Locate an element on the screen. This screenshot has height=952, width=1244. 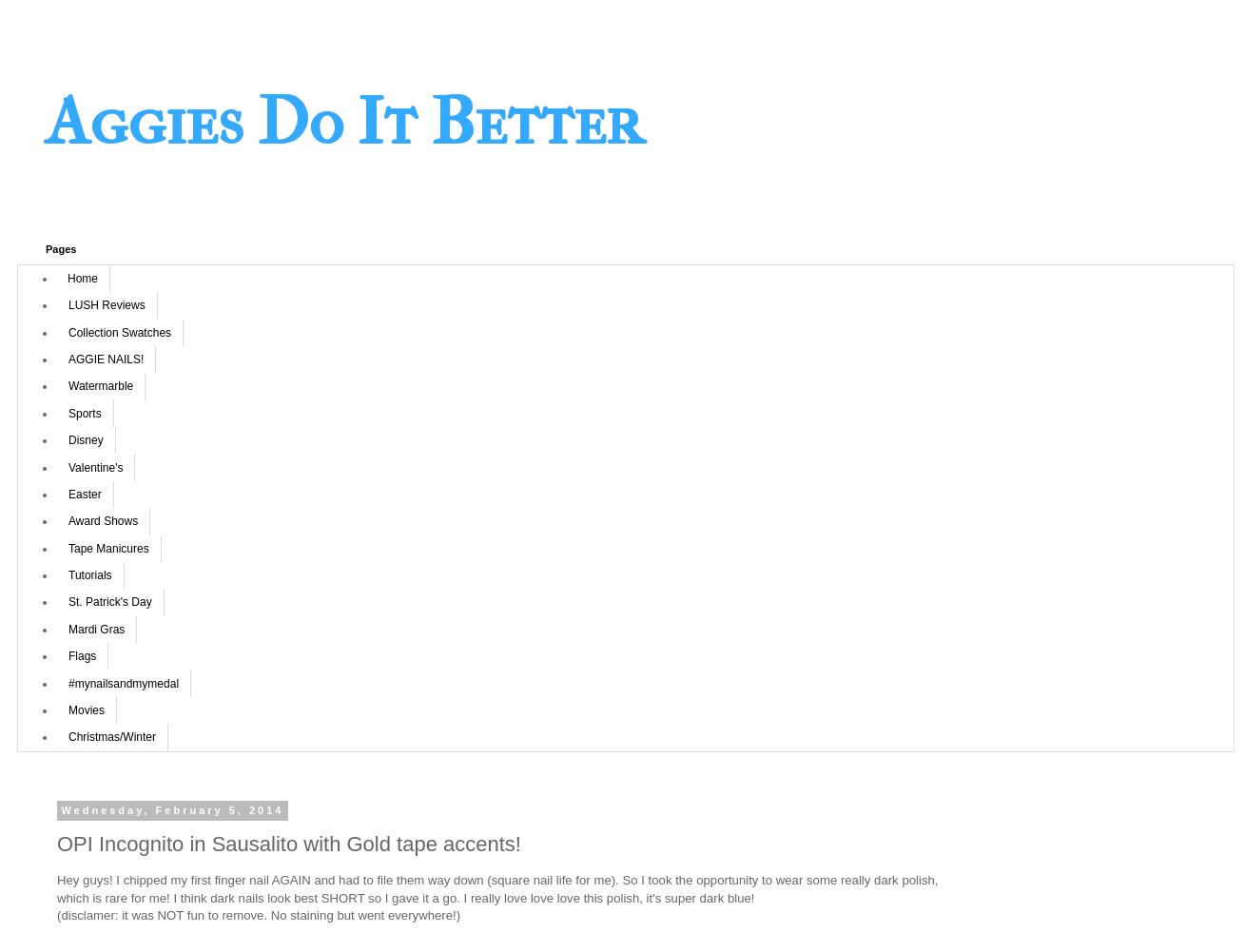
'#mynailsandmymedal' is located at coordinates (123, 683).